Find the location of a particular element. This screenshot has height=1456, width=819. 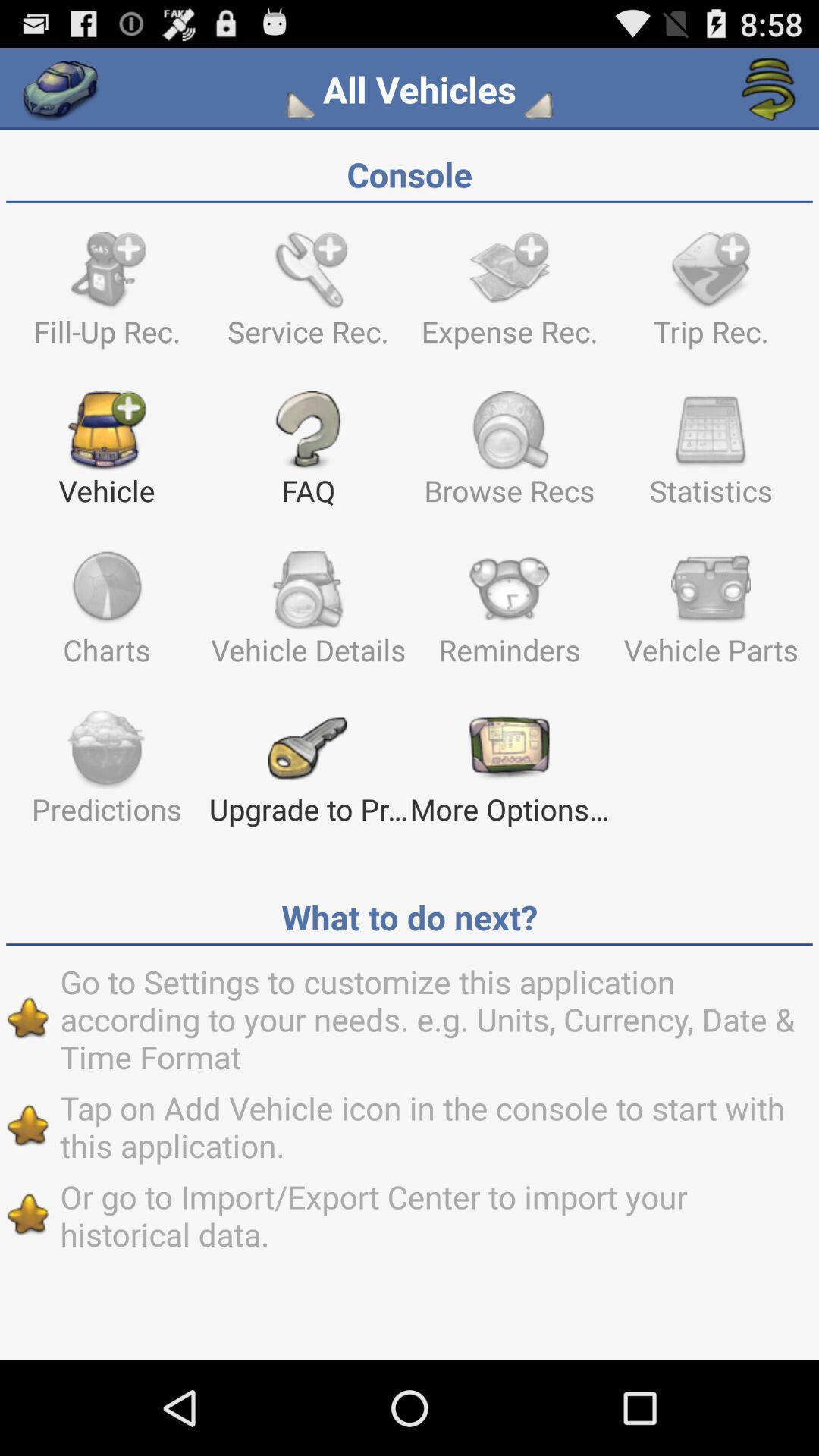

icon above reminders icon is located at coordinates (711, 455).